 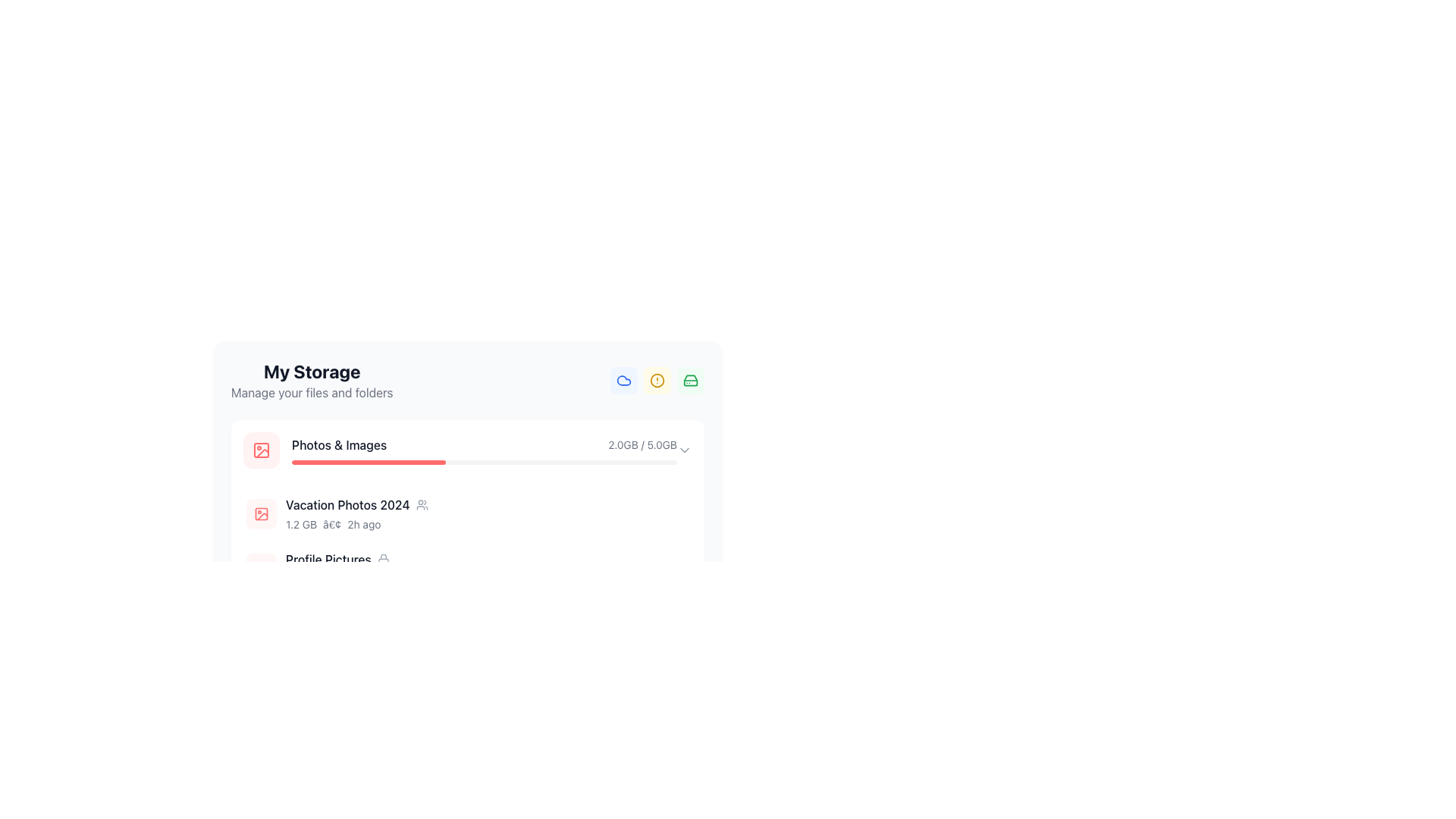 I want to click on the cloud feature icon located in the top-right section of the interface, which is the first icon among its siblings and positioned directly to the left of a warning icon, so click(x=623, y=379).